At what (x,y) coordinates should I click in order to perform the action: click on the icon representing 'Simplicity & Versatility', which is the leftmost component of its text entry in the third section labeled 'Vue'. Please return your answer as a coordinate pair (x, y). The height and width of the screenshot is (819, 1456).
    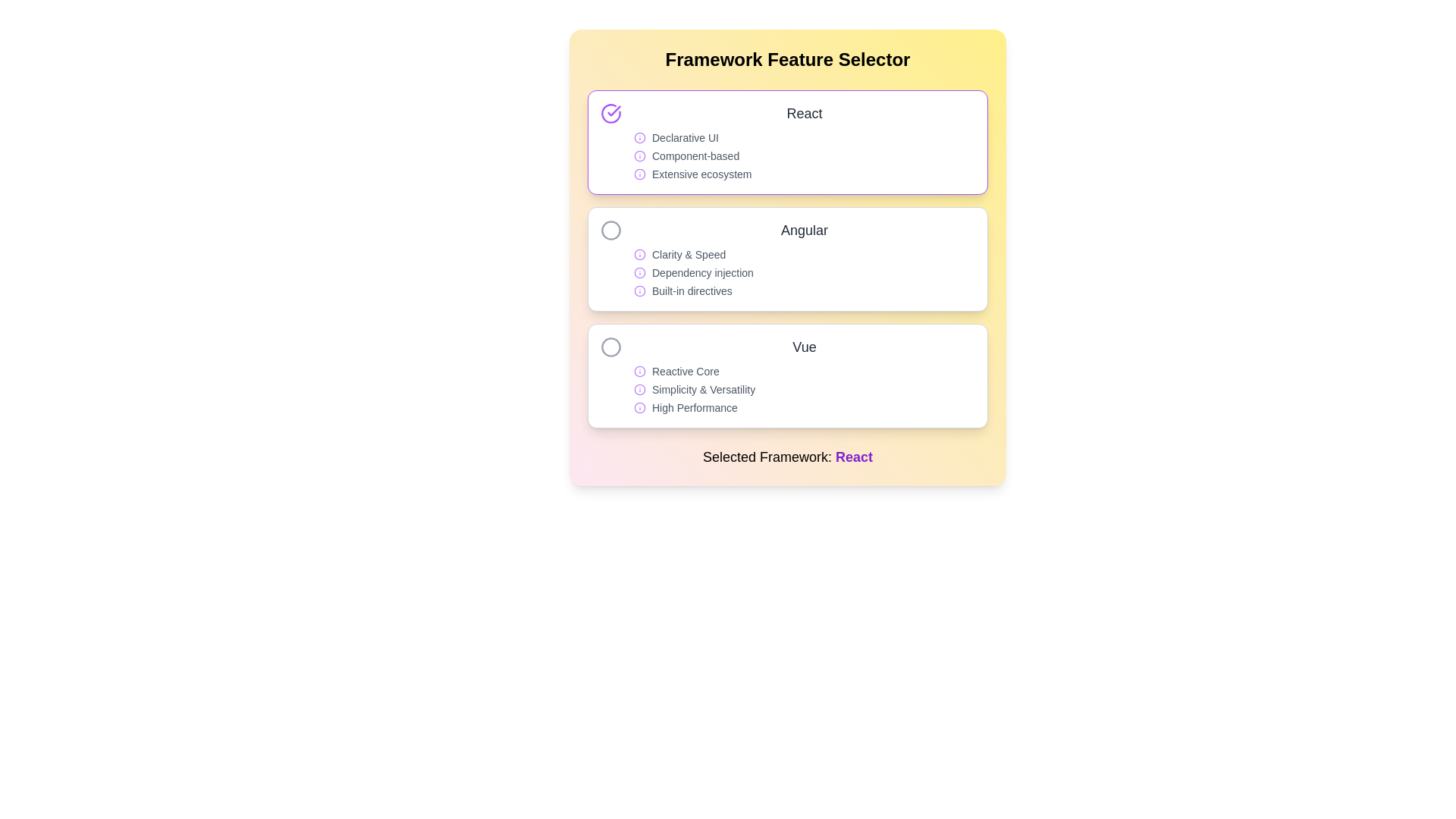
    Looking at the image, I should click on (640, 388).